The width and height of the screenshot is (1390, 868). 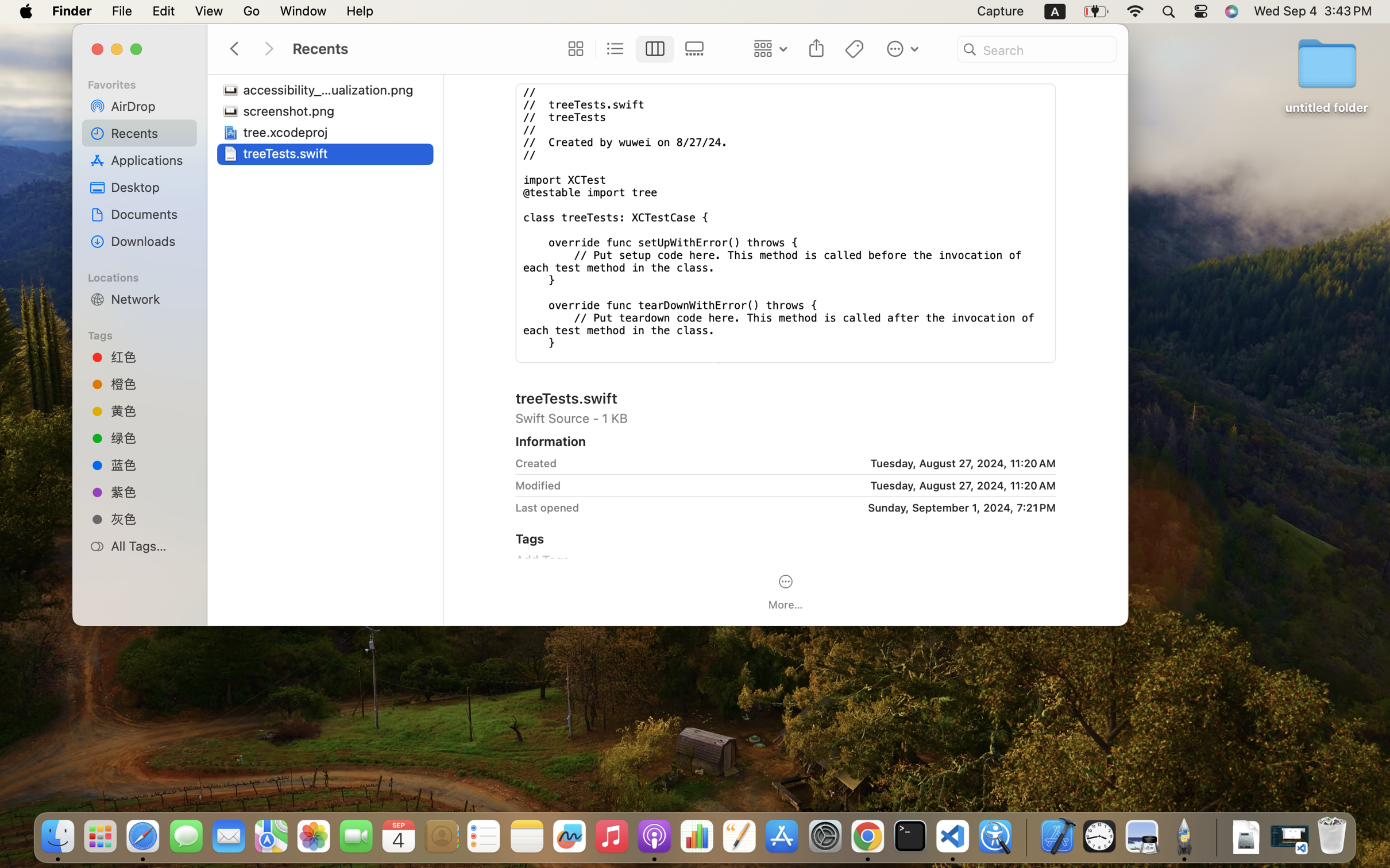 What do you see at coordinates (144, 276) in the screenshot?
I see `'Locations'` at bounding box center [144, 276].